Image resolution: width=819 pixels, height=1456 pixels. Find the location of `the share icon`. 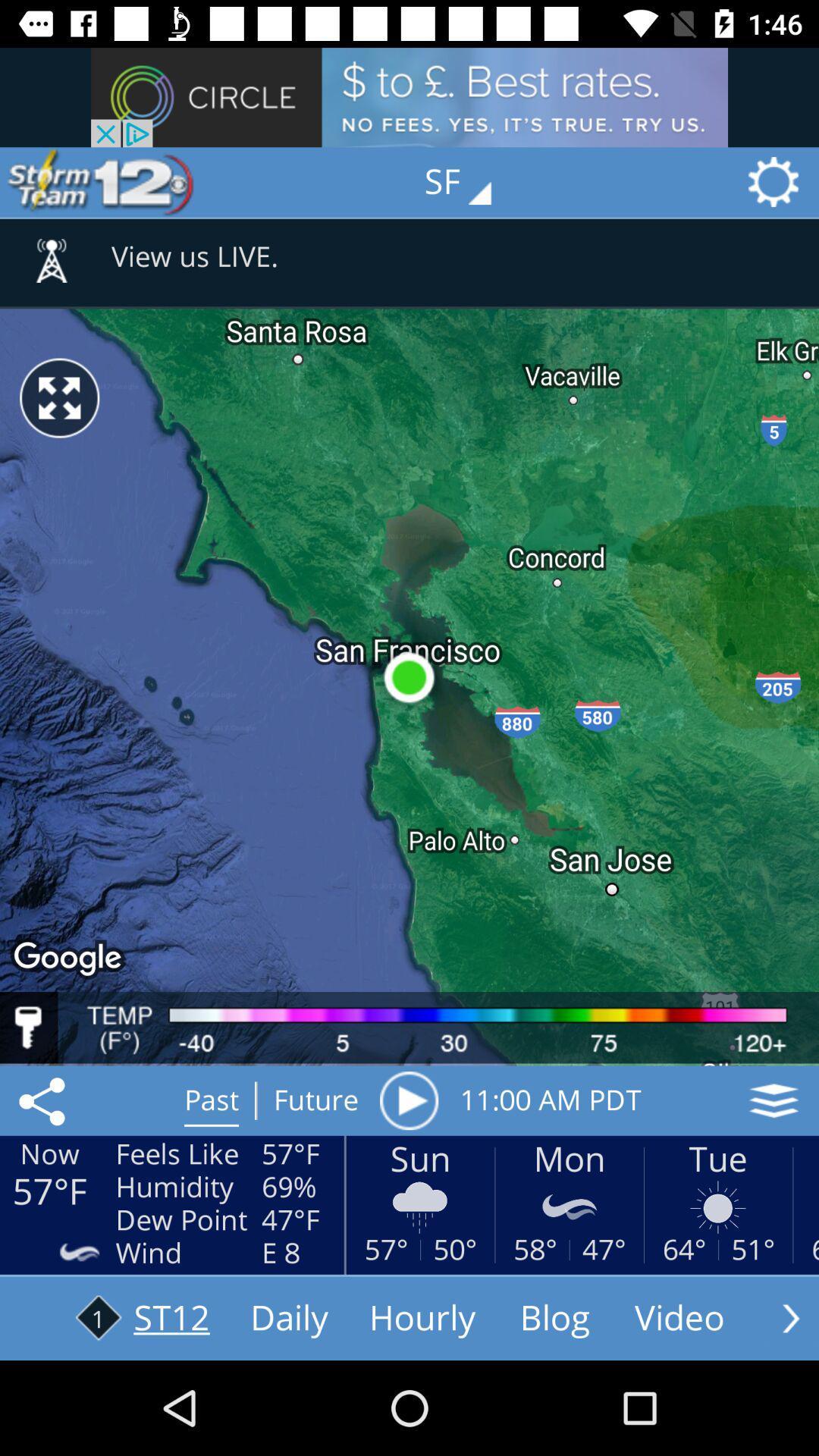

the share icon is located at coordinates (44, 1100).